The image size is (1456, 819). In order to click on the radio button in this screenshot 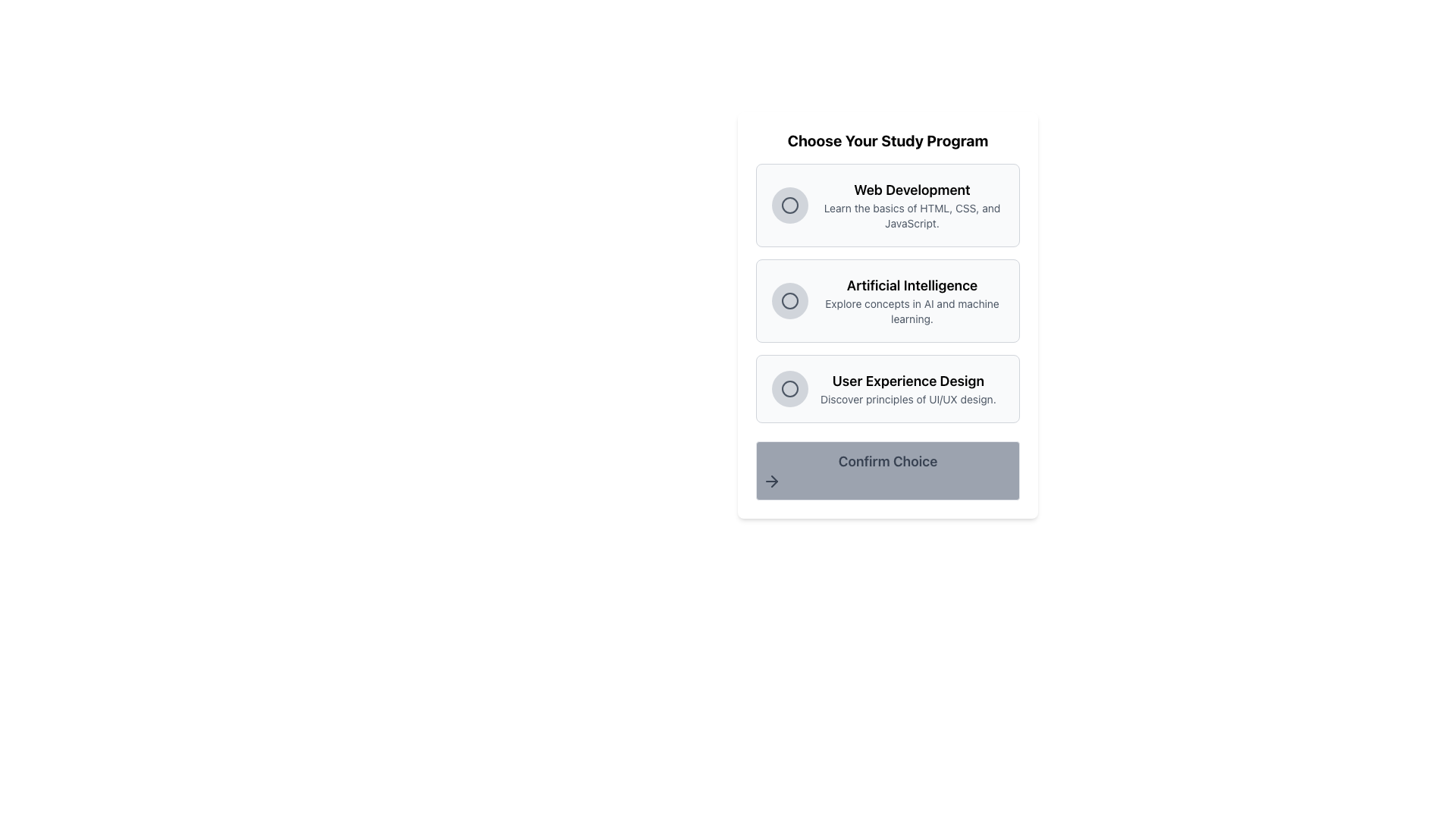, I will do `click(789, 388)`.